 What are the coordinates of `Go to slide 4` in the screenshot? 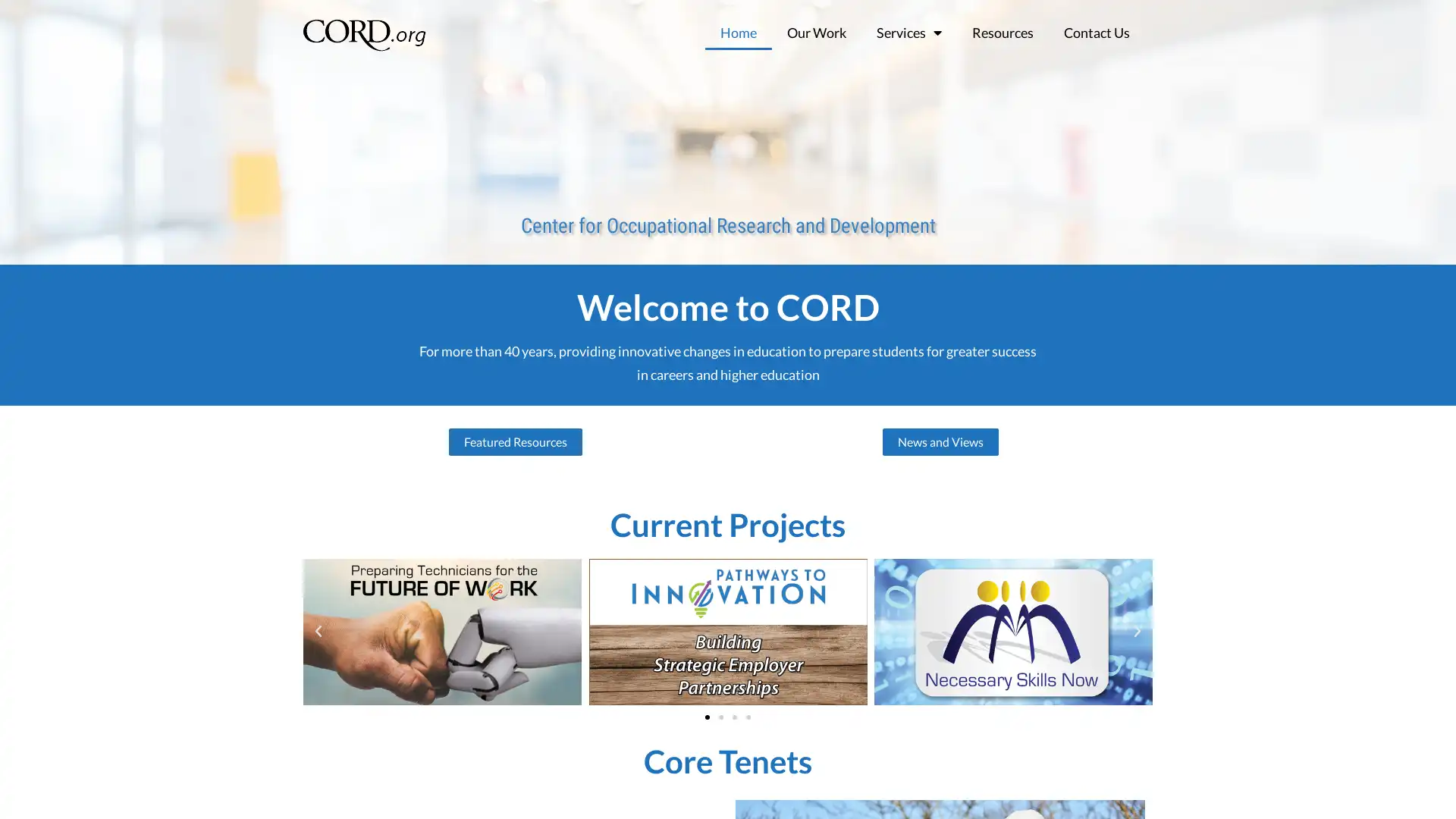 It's located at (748, 717).